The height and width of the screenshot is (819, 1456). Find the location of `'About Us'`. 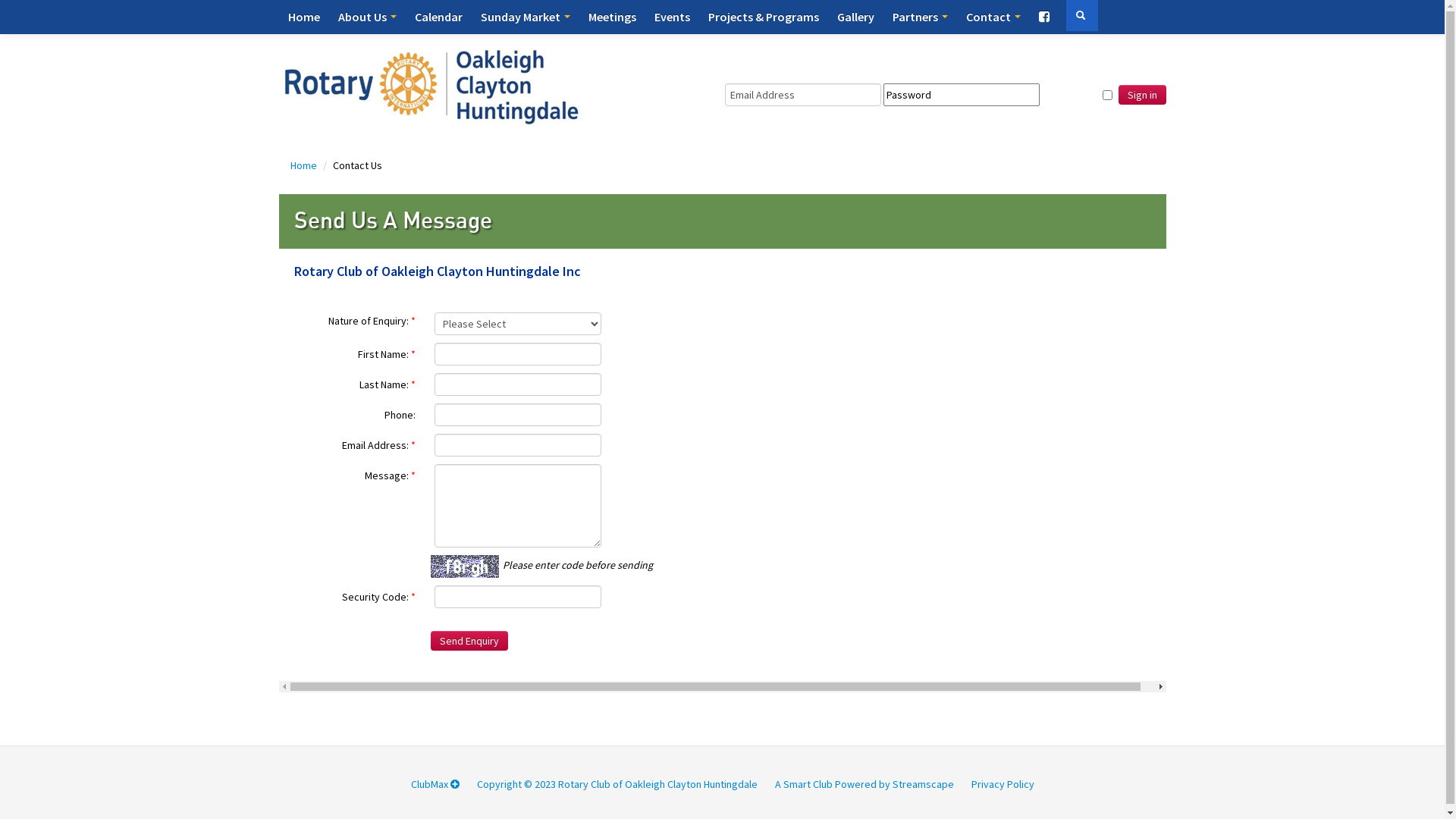

'About Us' is located at coordinates (367, 17).